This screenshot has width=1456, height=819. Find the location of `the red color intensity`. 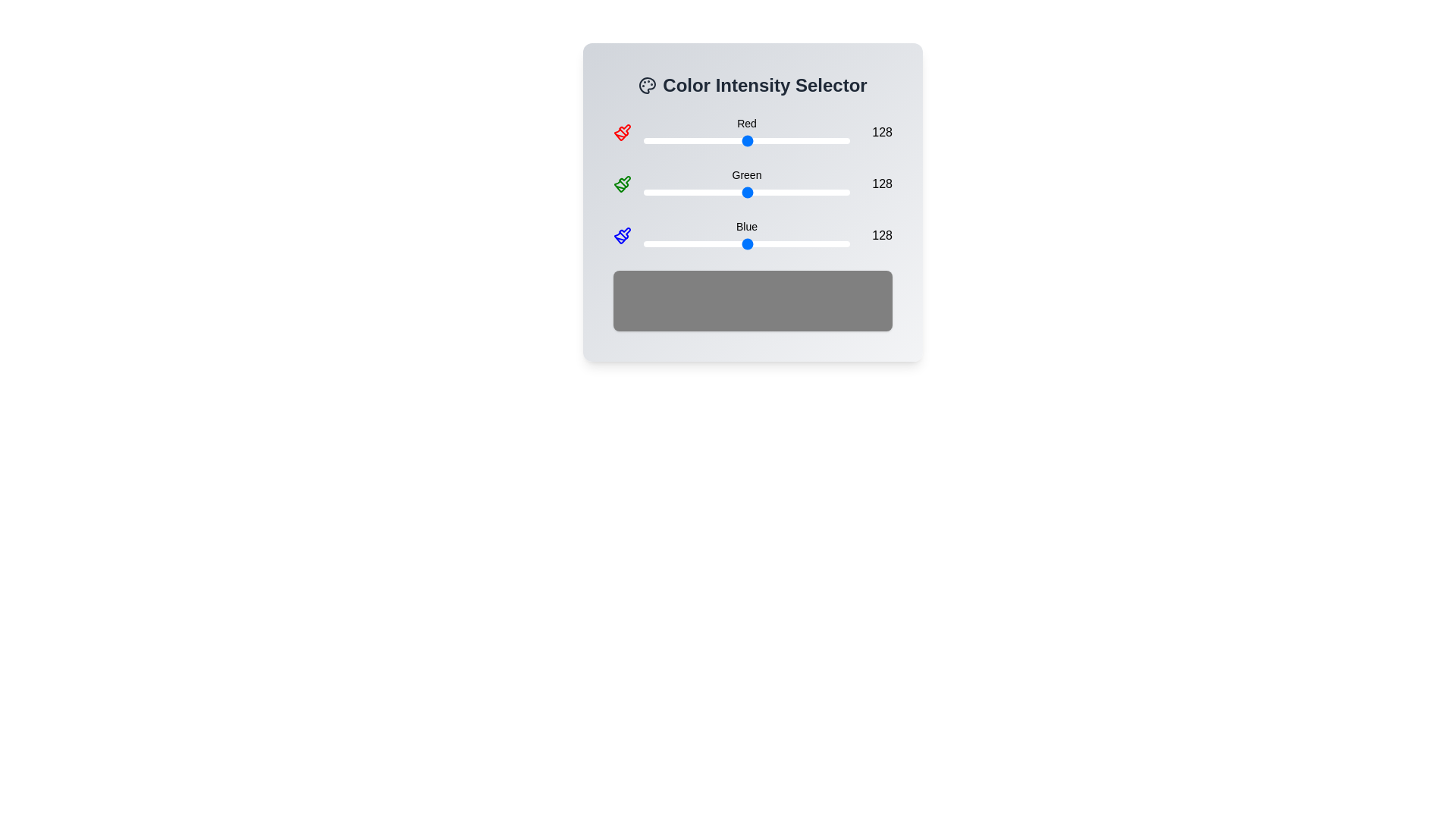

the red color intensity is located at coordinates (653, 140).